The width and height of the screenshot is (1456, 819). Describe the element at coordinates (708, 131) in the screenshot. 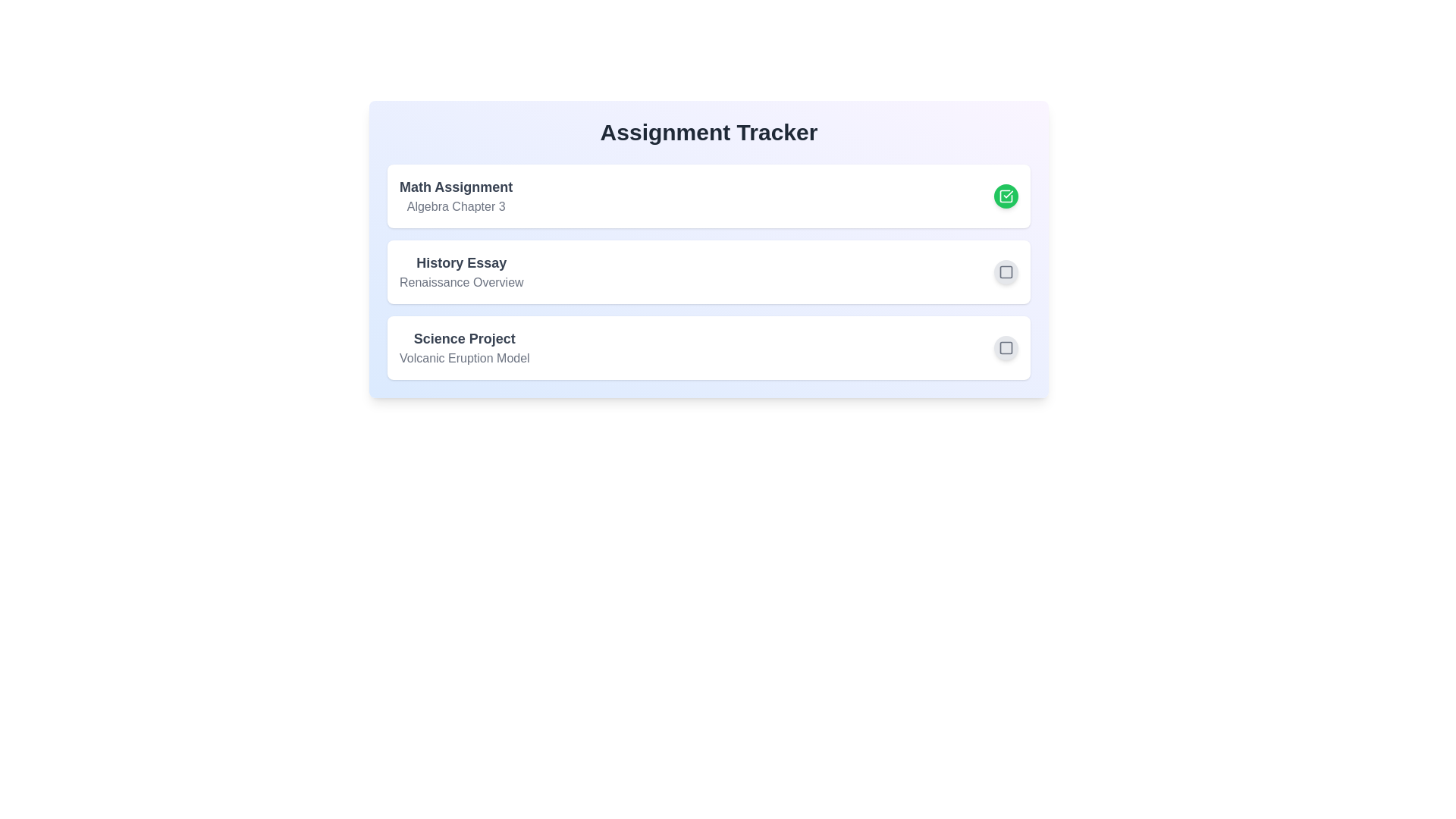

I see `the header text 'Assignment Tracker' for copying` at that location.